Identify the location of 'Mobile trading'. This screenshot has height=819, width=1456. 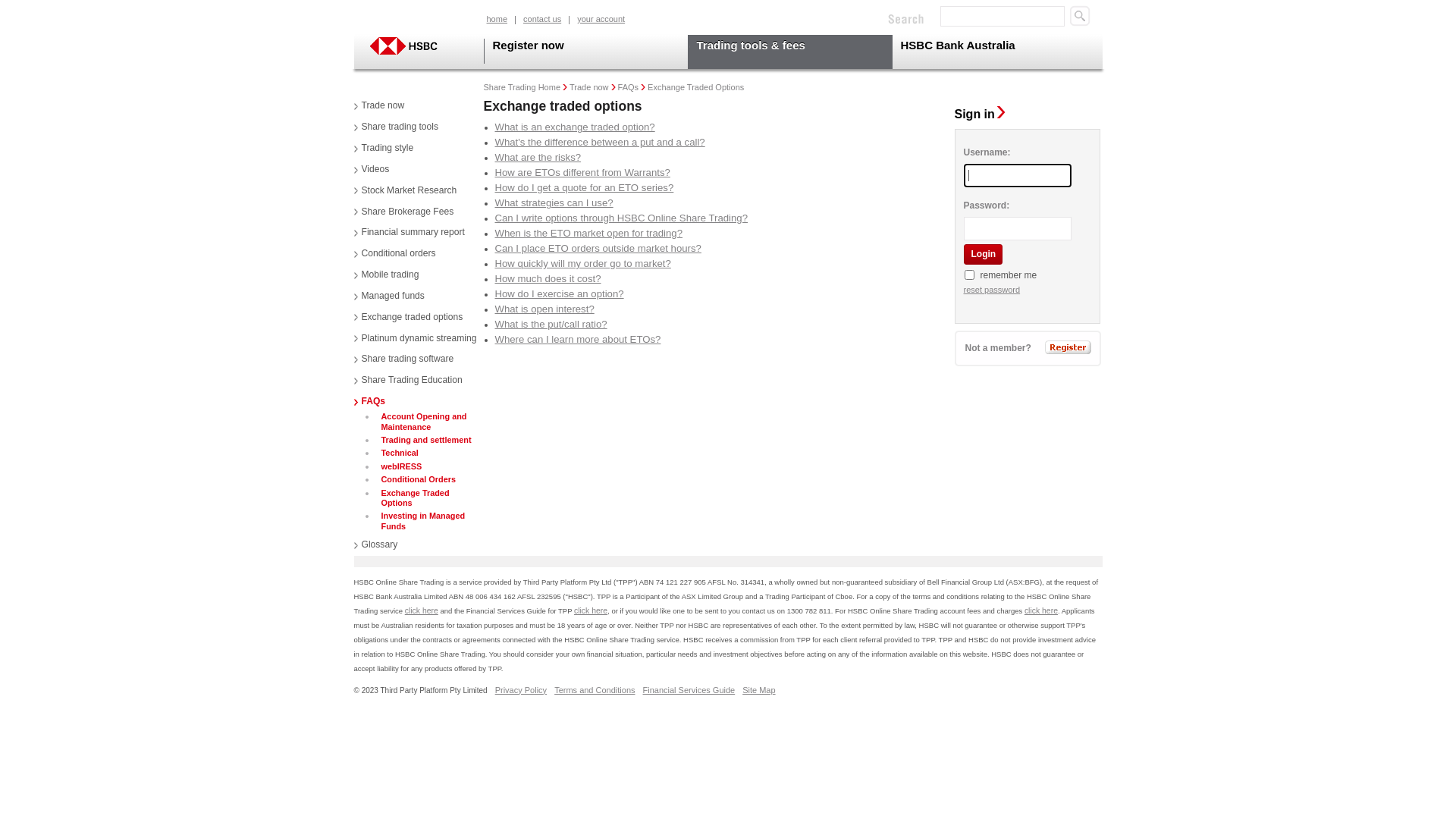
(385, 275).